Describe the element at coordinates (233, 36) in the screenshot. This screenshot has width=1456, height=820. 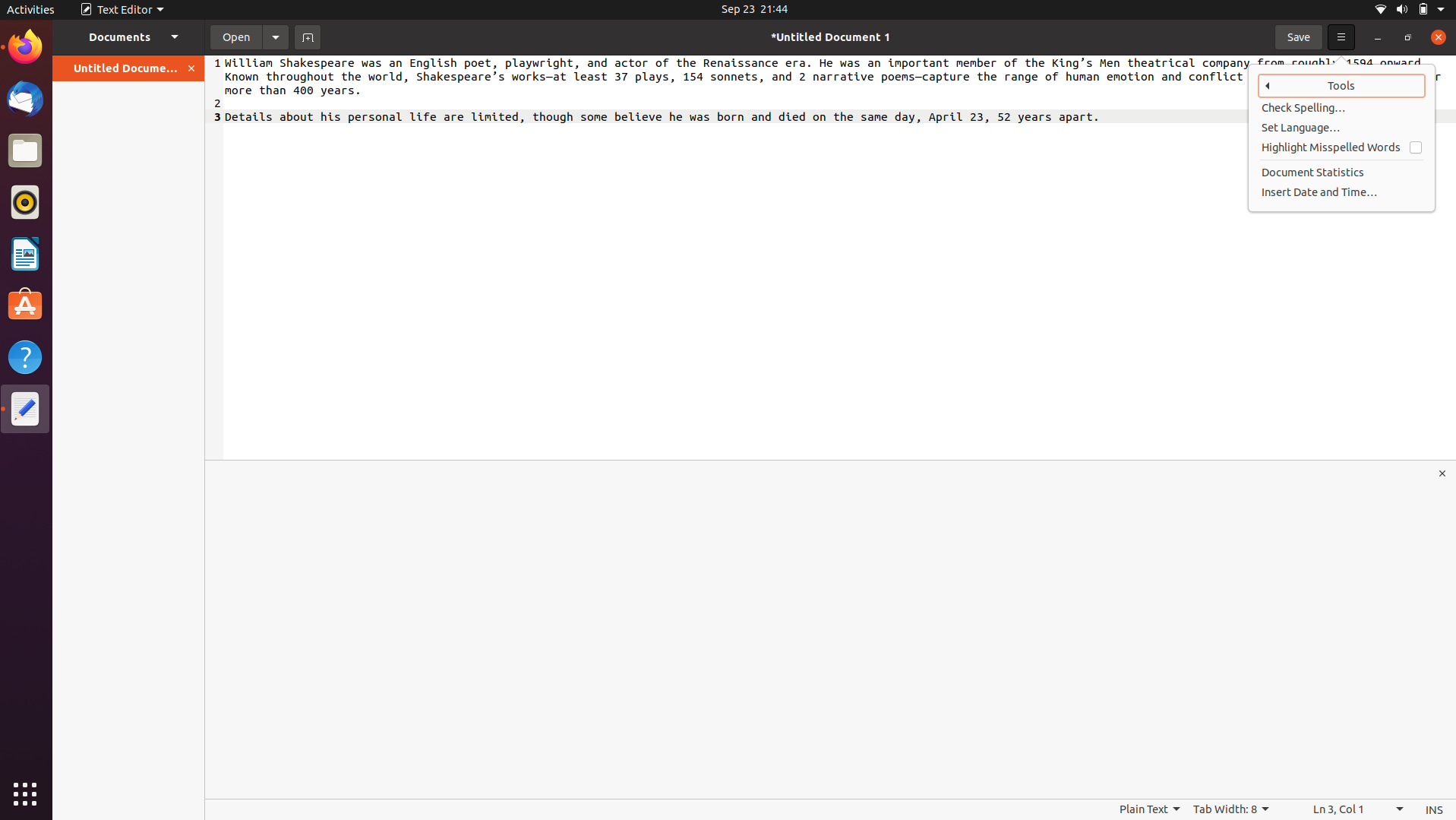
I see `the document named textfile.txt` at that location.